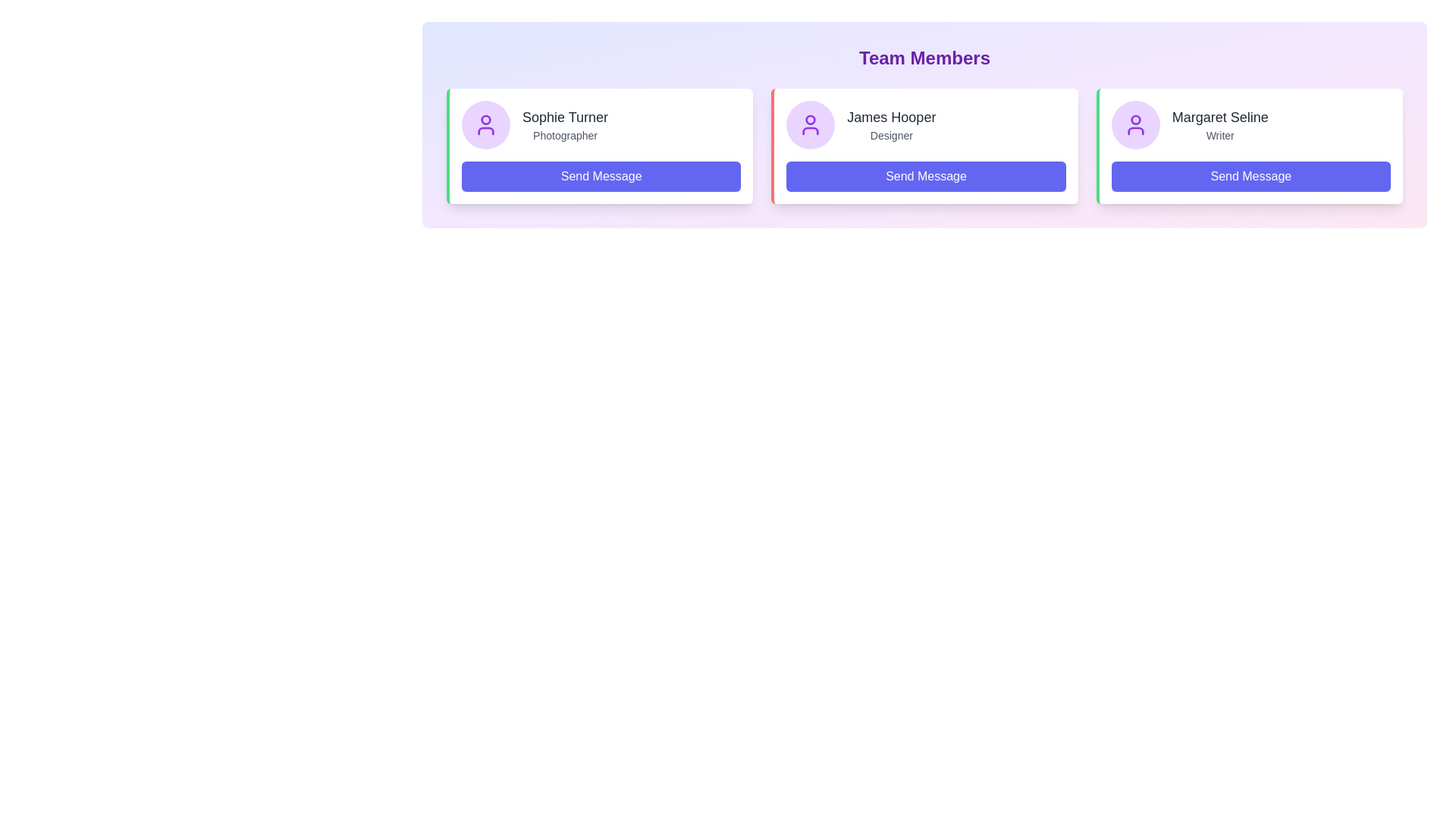  Describe the element at coordinates (1220, 134) in the screenshot. I see `the 'Writer' label located below the name 'Margaret Seline' in her profile card, which is center-aligned and in a small, light gray font` at that location.